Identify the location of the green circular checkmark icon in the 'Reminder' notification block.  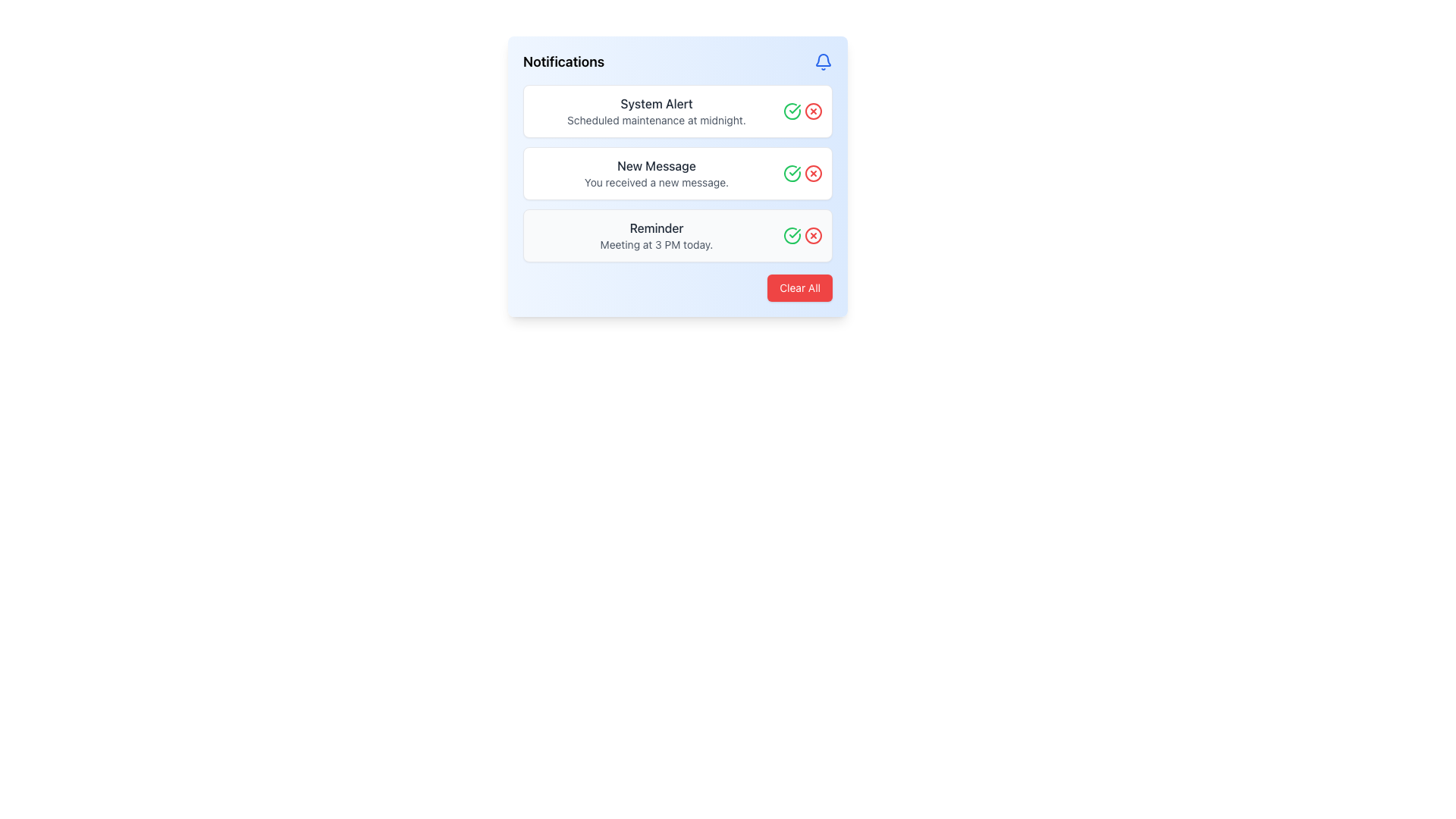
(792, 236).